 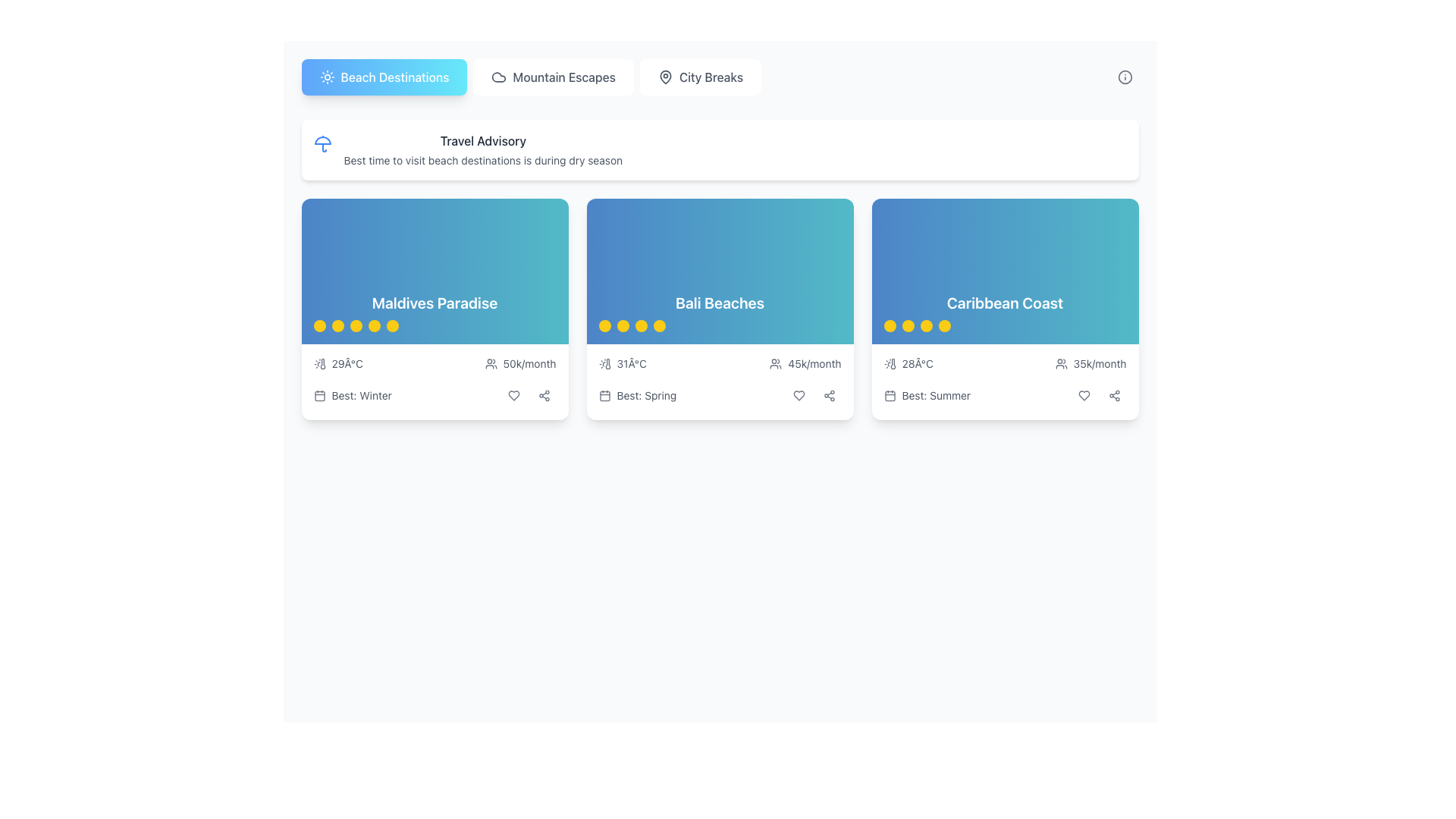 What do you see at coordinates (1125, 77) in the screenshot?
I see `the information button located in the top-right corner of the interface` at bounding box center [1125, 77].